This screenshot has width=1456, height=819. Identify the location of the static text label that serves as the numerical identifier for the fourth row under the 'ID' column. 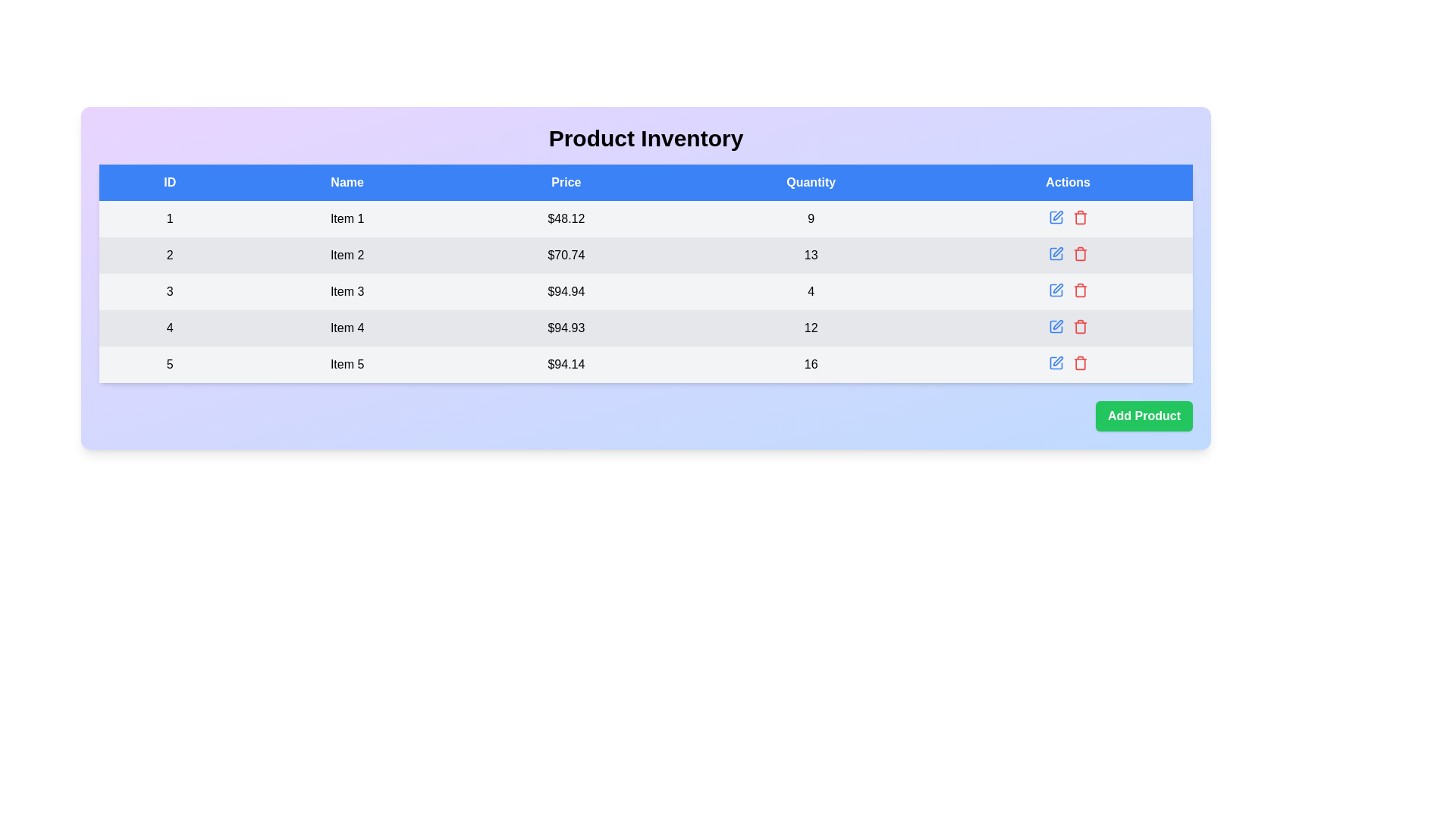
(170, 327).